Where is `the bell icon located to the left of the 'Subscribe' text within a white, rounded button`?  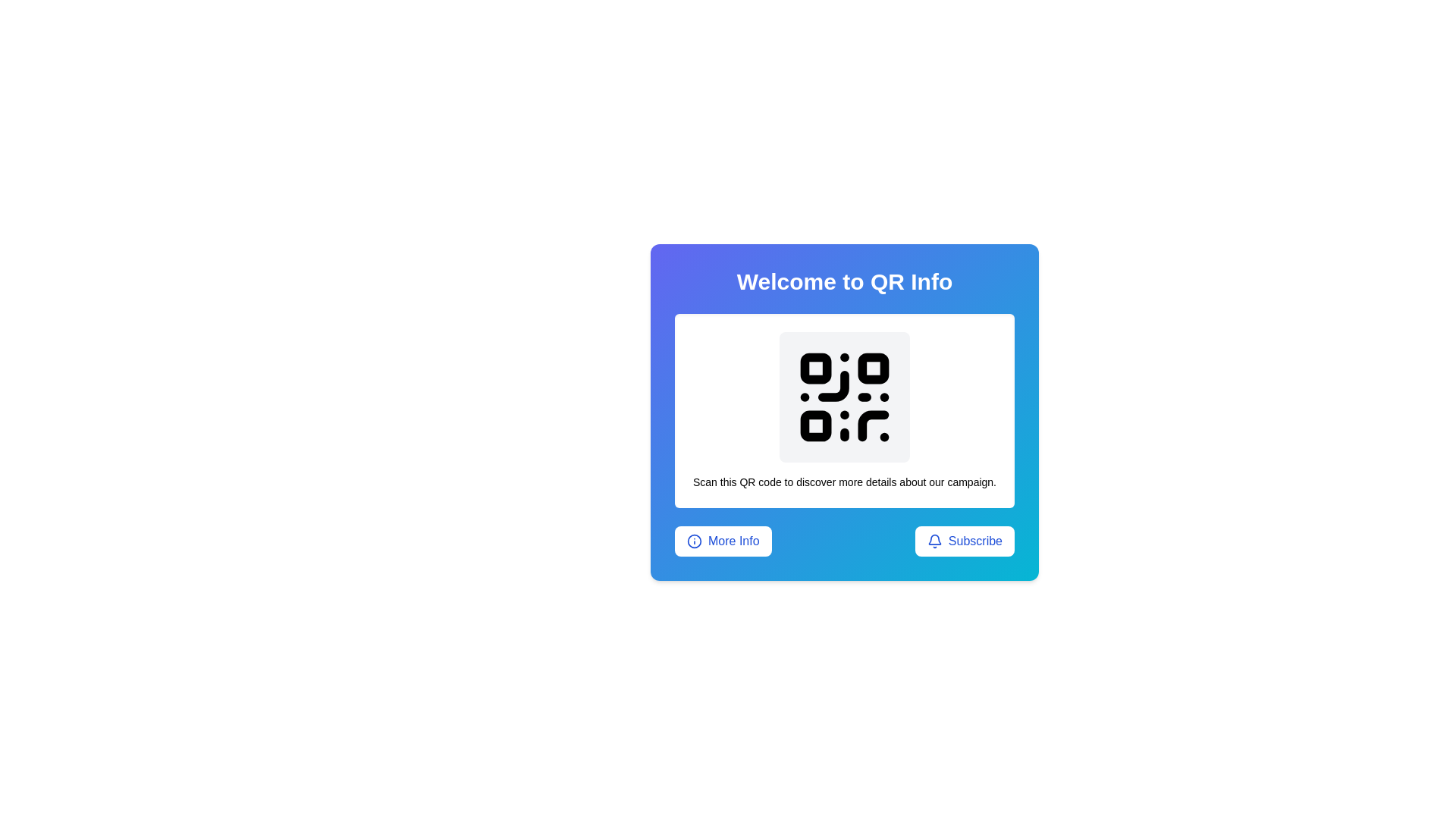 the bell icon located to the left of the 'Subscribe' text within a white, rounded button is located at coordinates (934, 540).